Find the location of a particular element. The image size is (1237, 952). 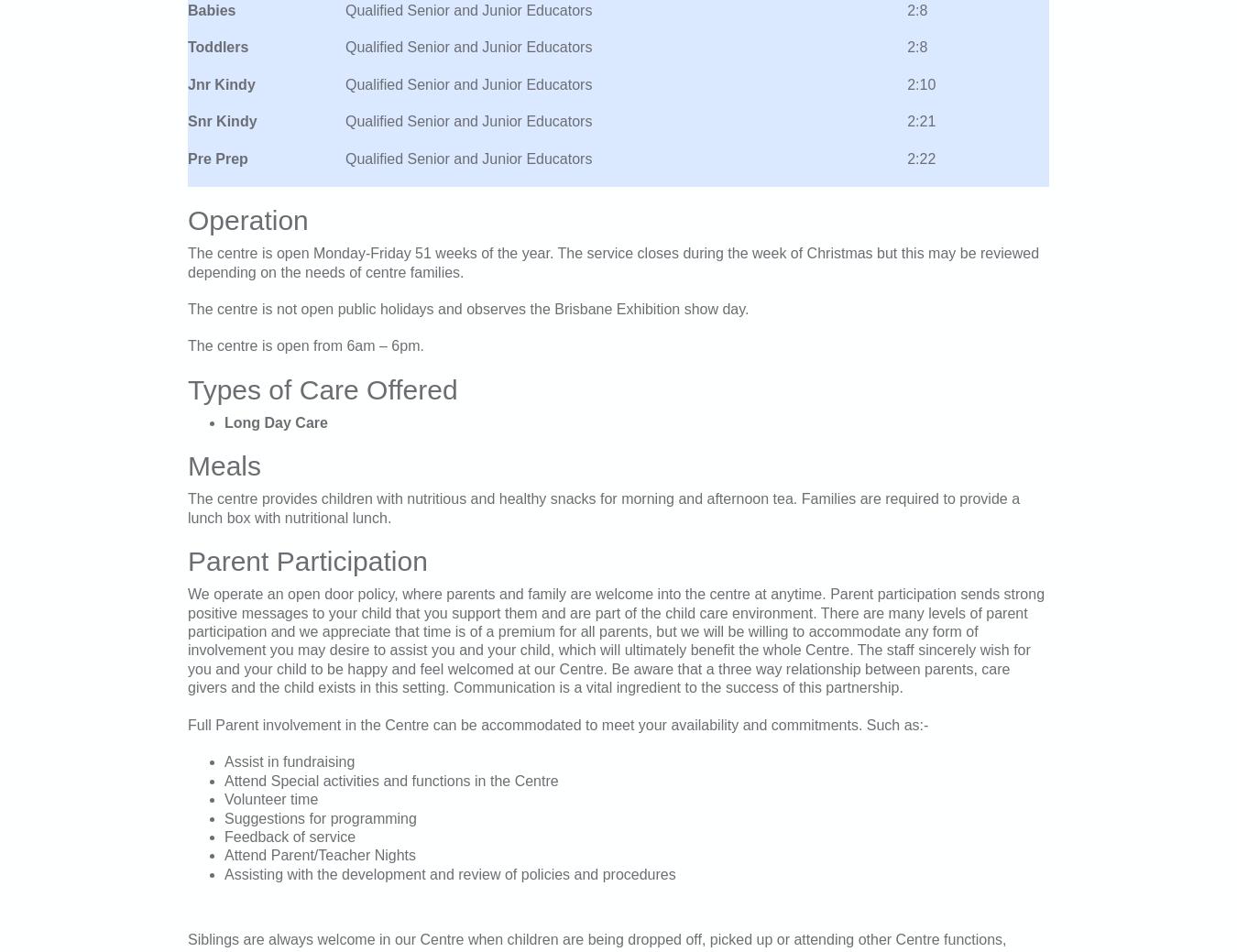

'Snr Kindy' is located at coordinates (221, 120).